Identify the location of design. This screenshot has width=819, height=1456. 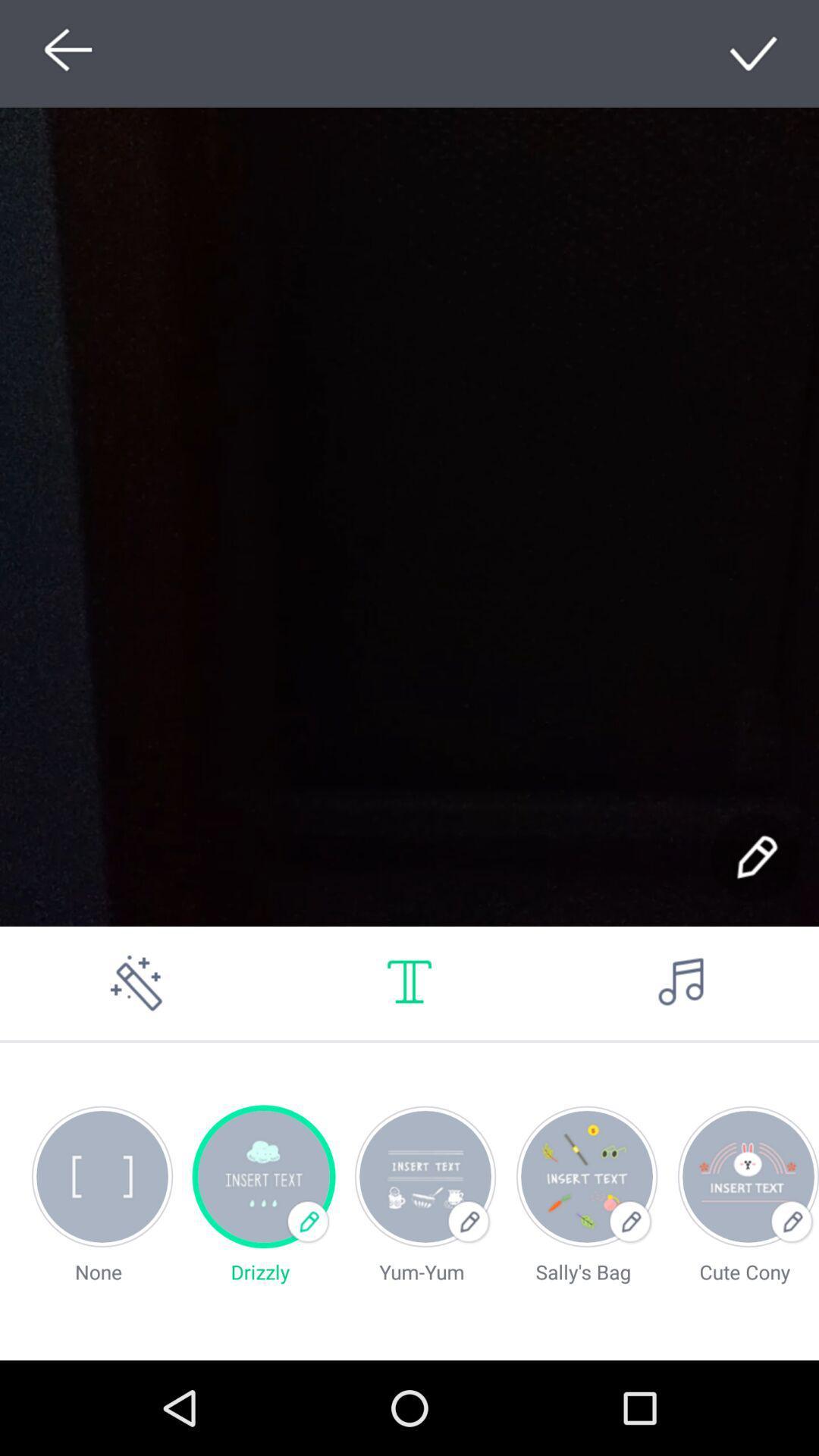
(755, 53).